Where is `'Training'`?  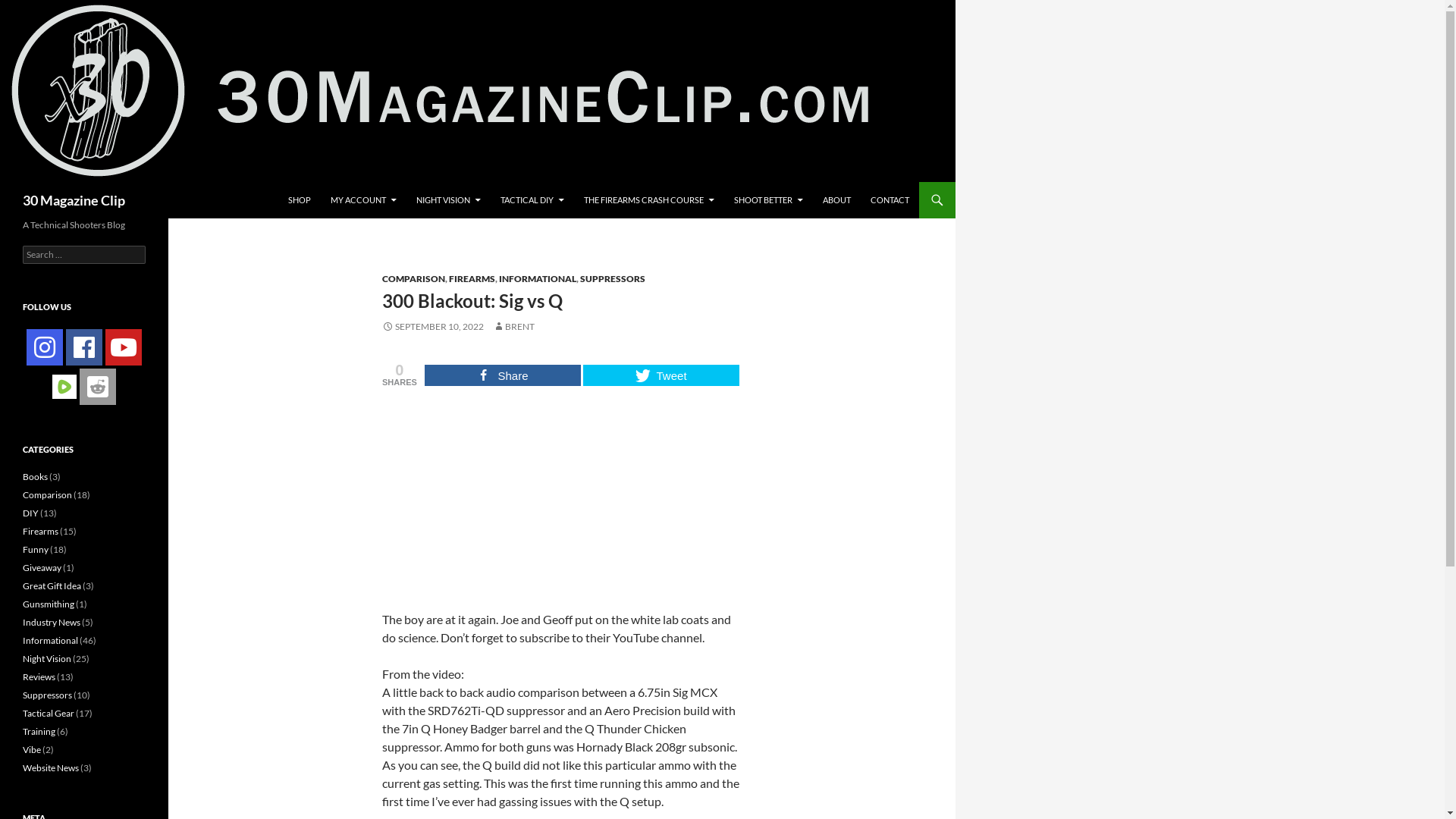
'Training' is located at coordinates (39, 730).